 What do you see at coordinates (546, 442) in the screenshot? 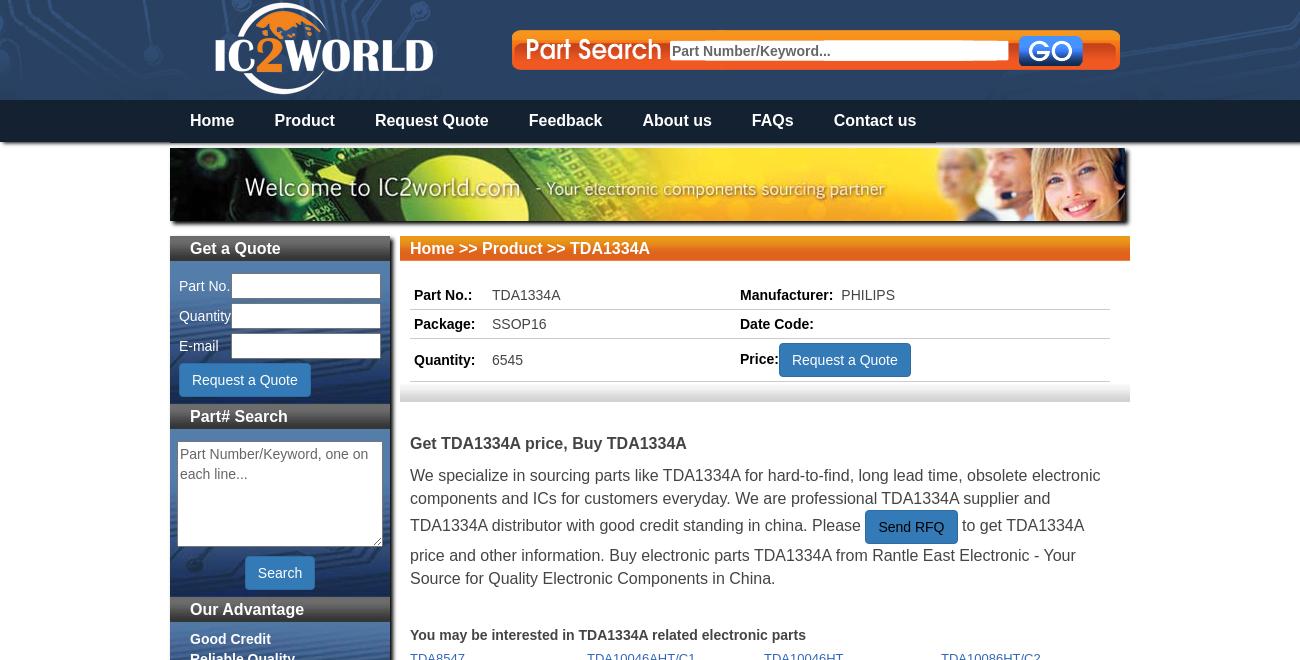
I see `'Get TDA1334A price, Buy TDA1334A'` at bounding box center [546, 442].